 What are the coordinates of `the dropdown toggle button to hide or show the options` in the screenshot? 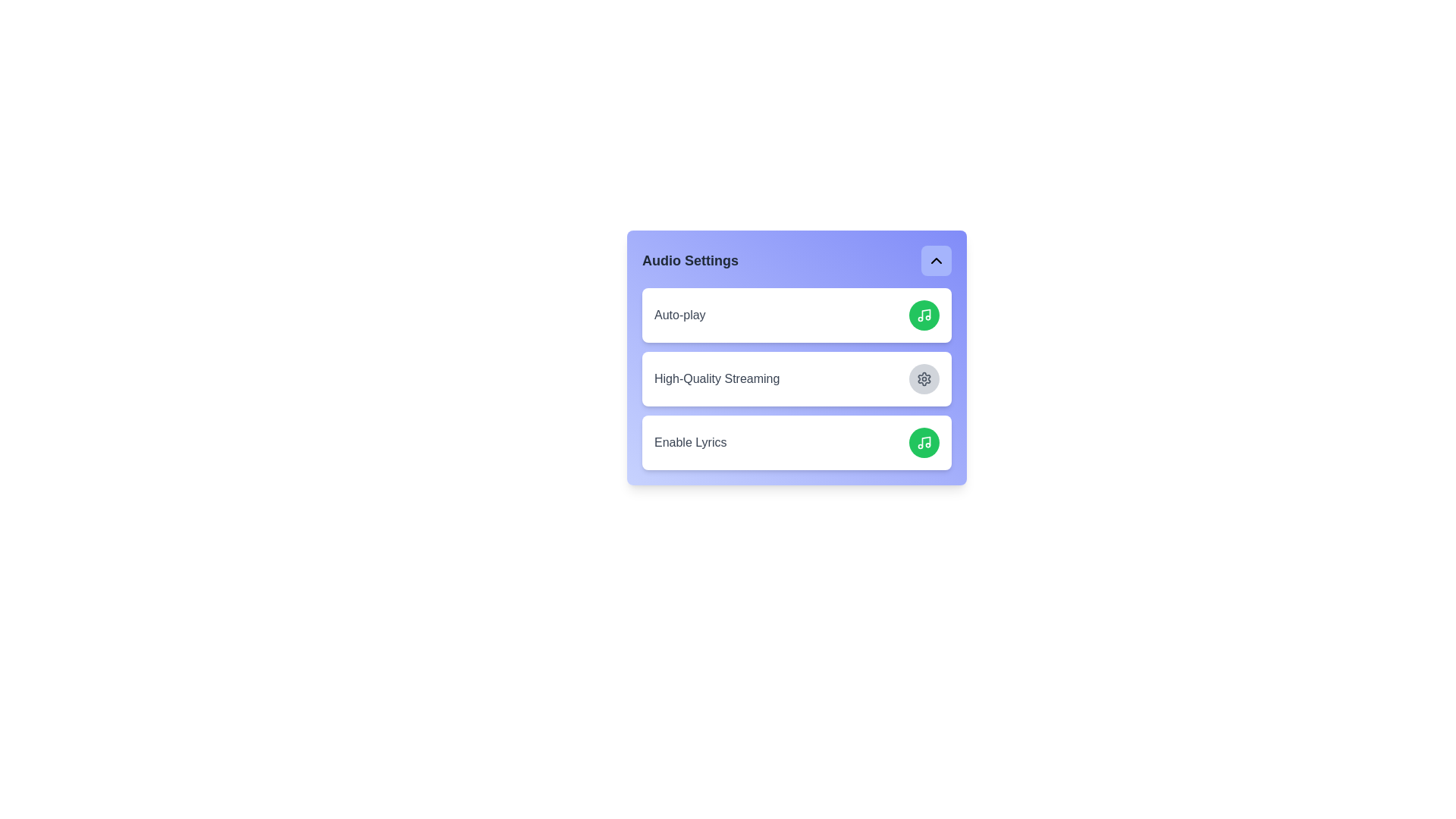 It's located at (935, 259).